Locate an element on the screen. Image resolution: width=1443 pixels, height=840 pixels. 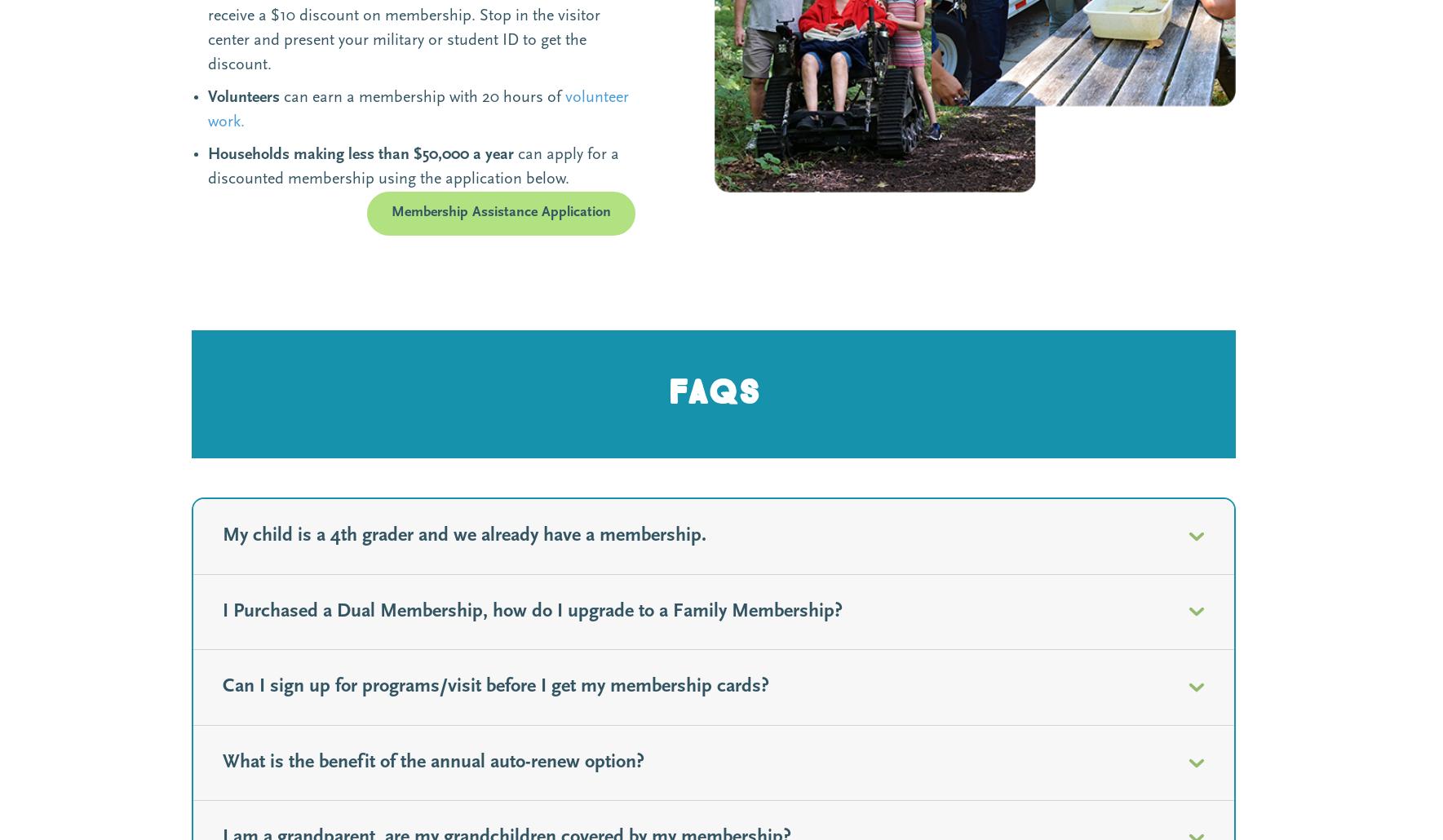
'can earn a membership with 20 hours of' is located at coordinates (421, 96).